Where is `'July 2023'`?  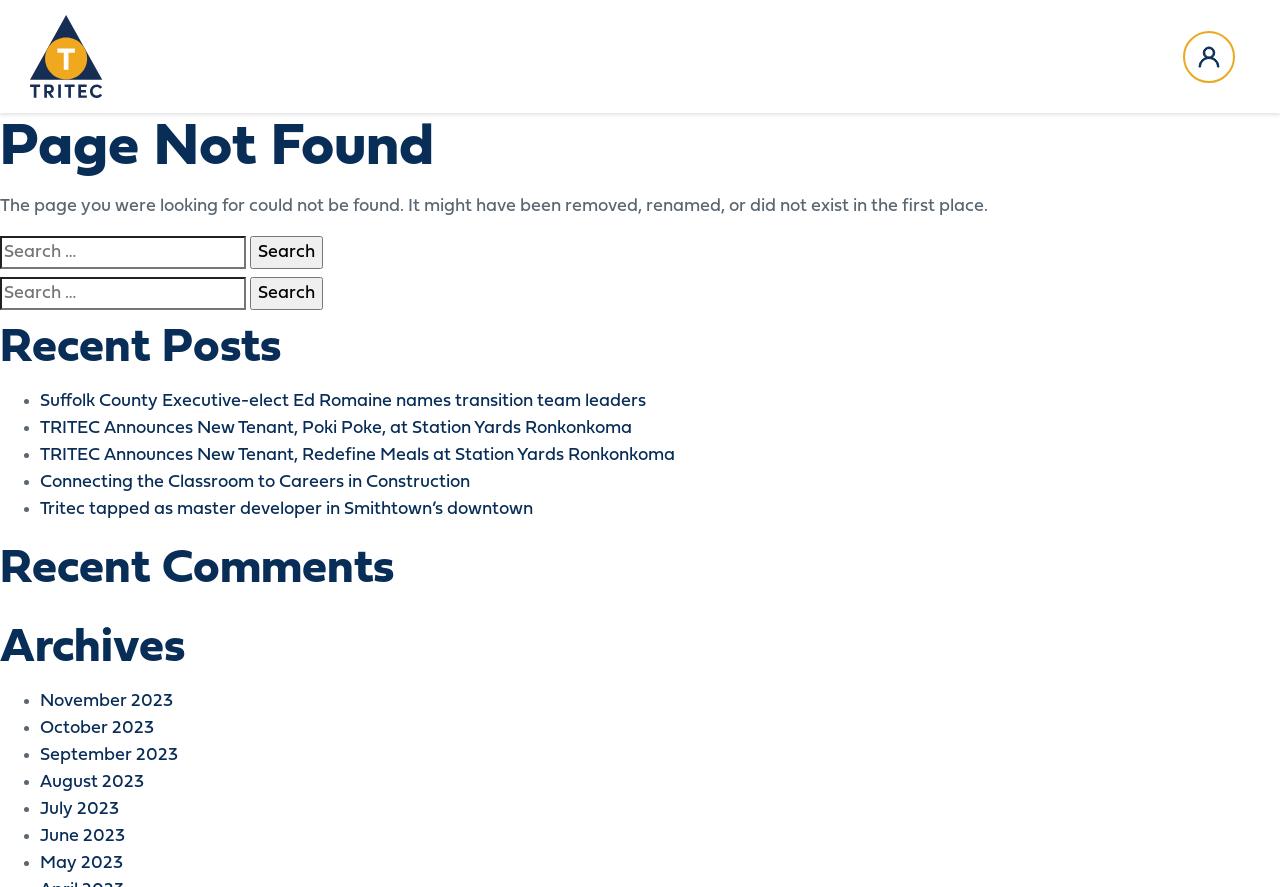
'July 2023' is located at coordinates (39, 809).